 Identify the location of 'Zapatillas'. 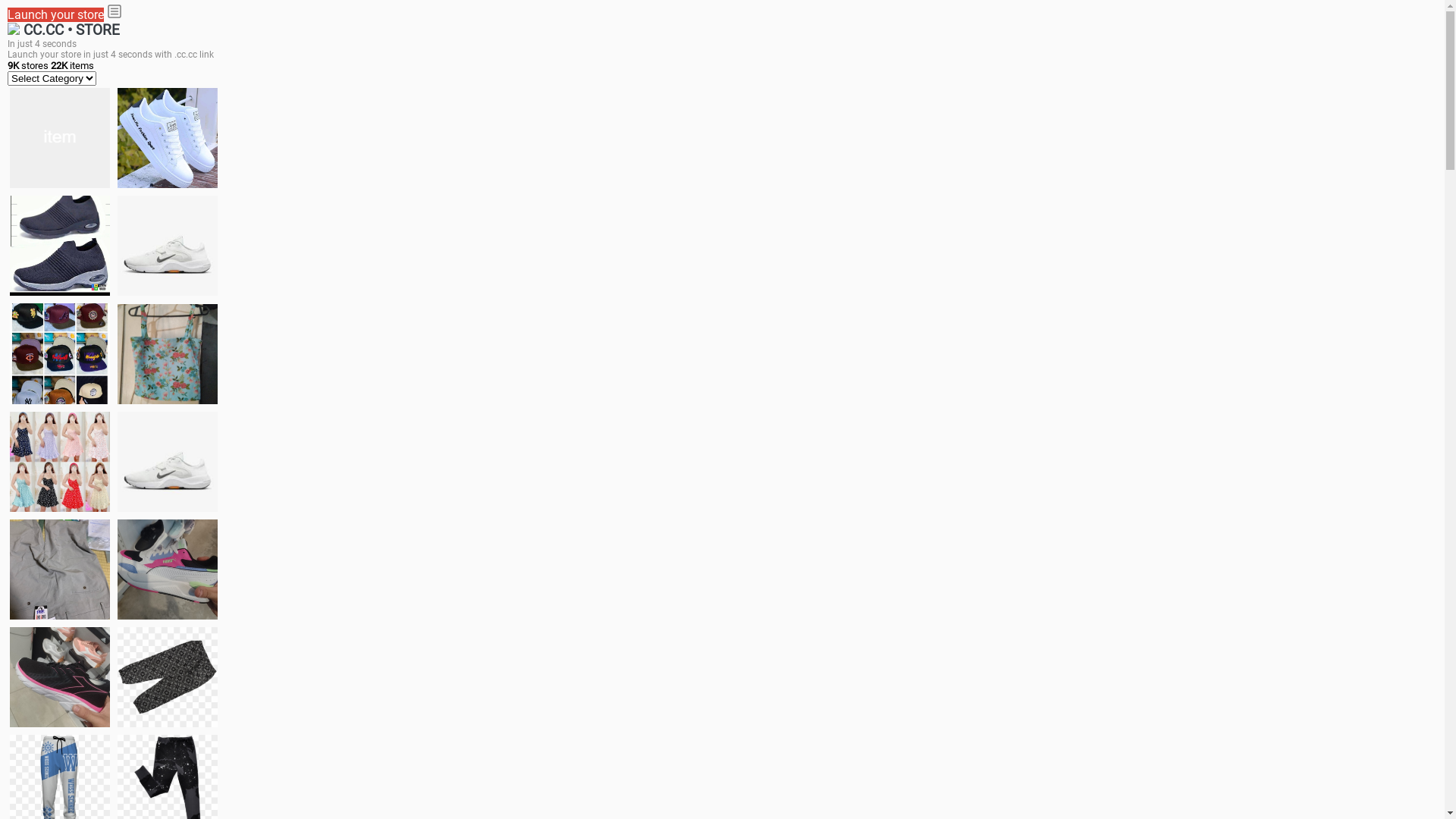
(59, 676).